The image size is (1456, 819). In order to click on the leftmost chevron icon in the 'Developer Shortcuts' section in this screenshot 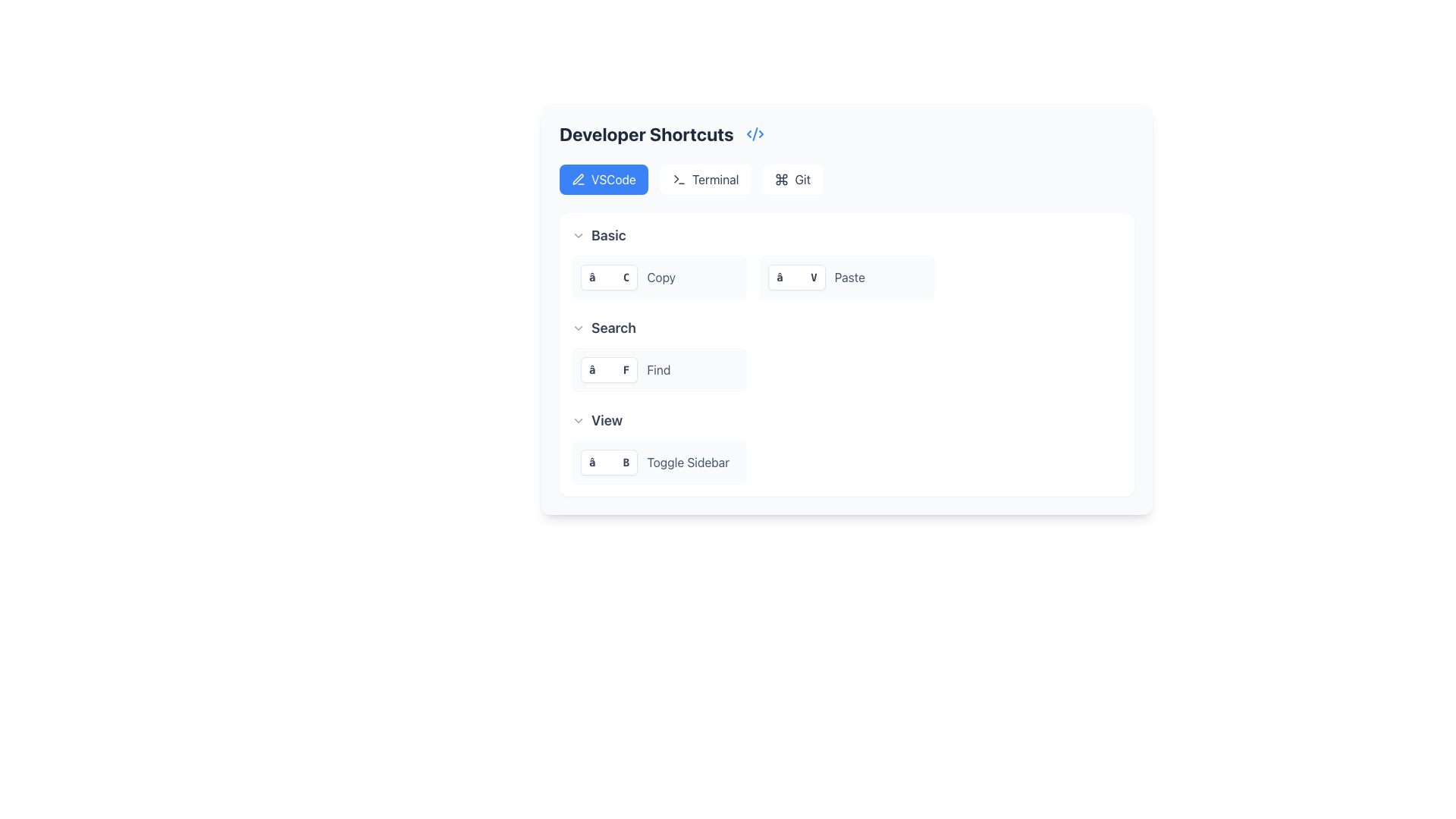, I will do `click(578, 236)`.